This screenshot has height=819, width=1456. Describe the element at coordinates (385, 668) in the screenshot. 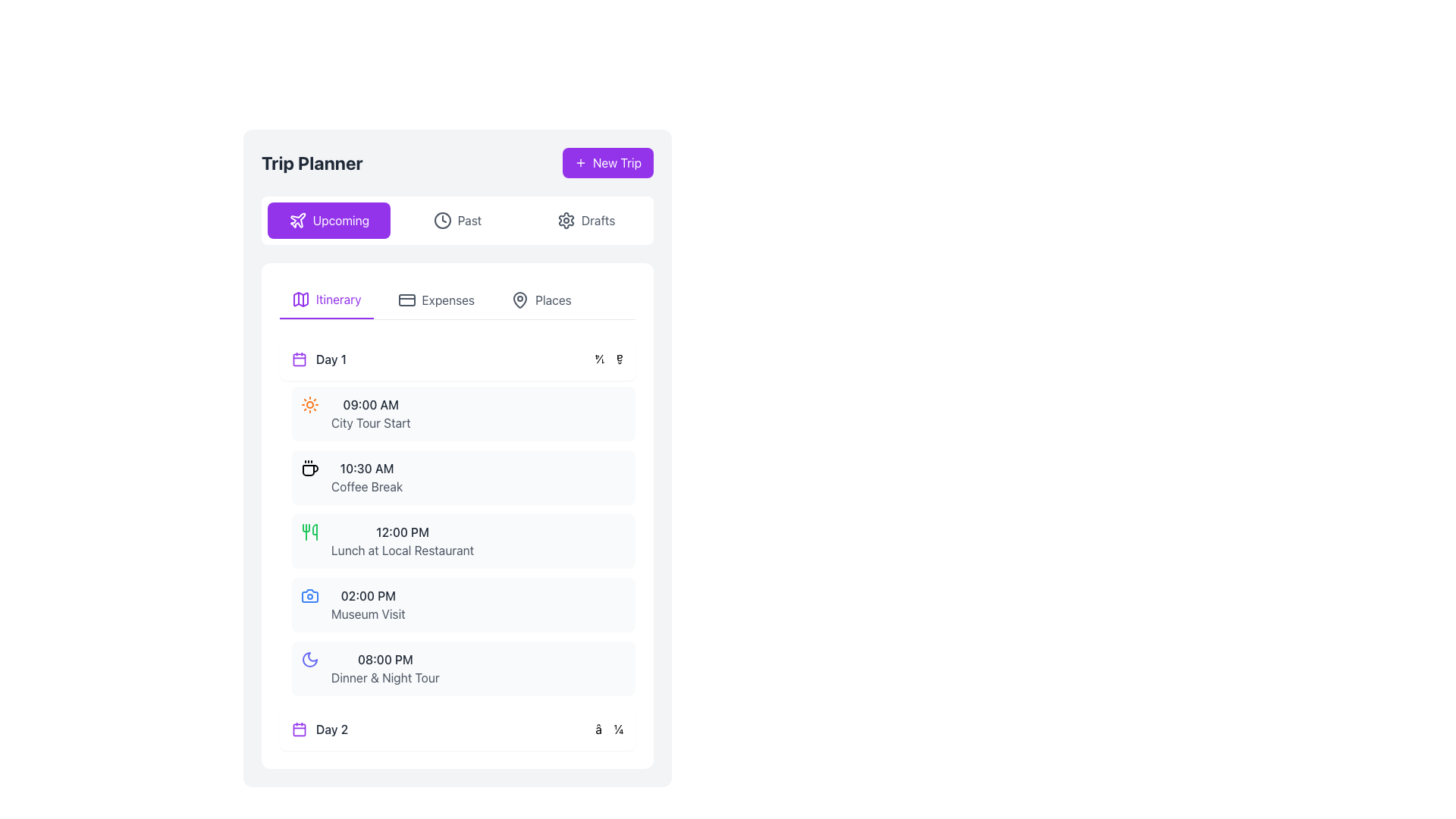

I see `the schedule entry text block indicating '08:00 PM' and 'Dinner & Night Tour'` at that location.